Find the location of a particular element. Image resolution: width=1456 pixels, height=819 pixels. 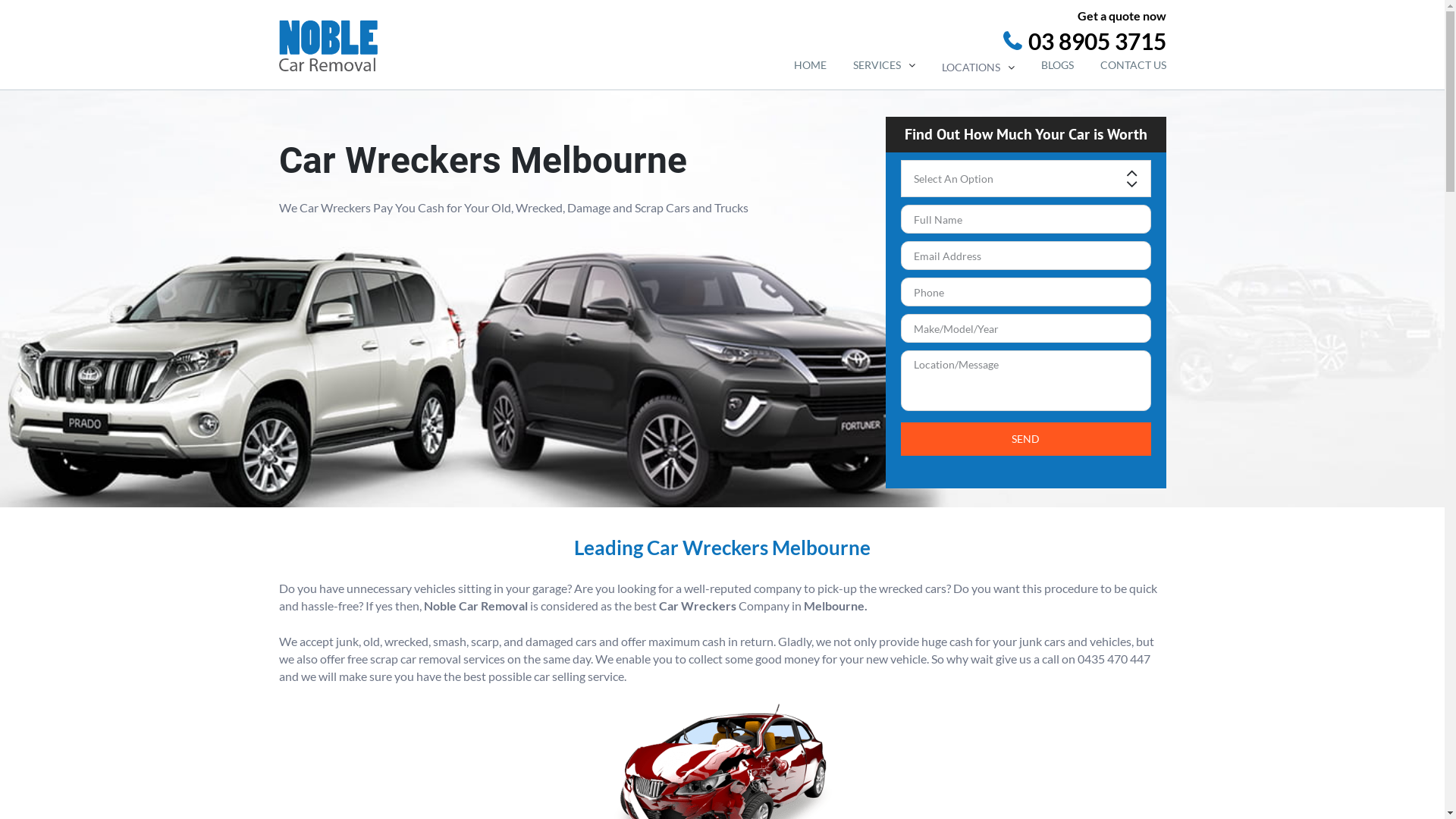

'Send' is located at coordinates (1026, 438).